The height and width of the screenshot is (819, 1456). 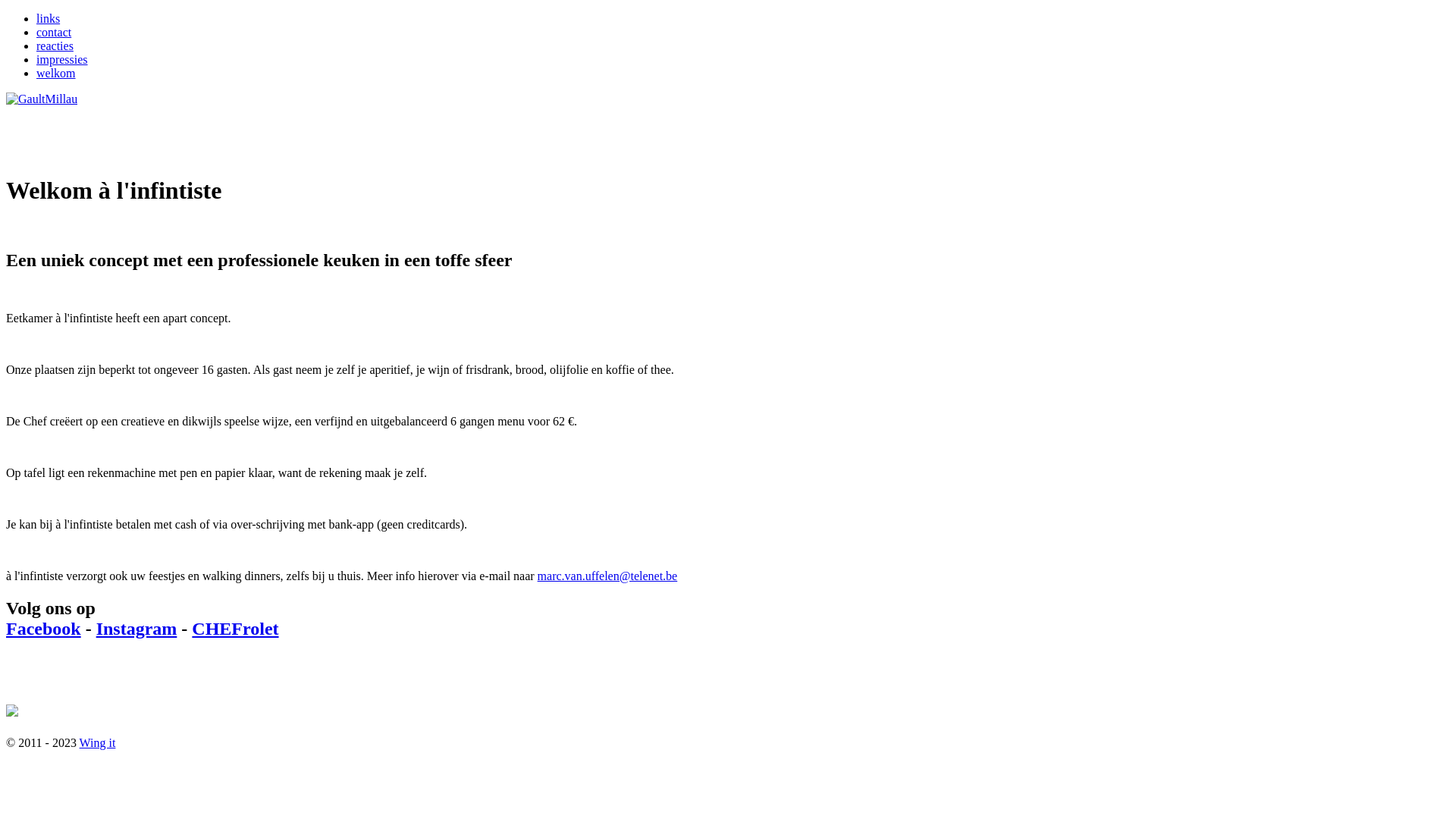 I want to click on 'Instagram', so click(x=136, y=629).